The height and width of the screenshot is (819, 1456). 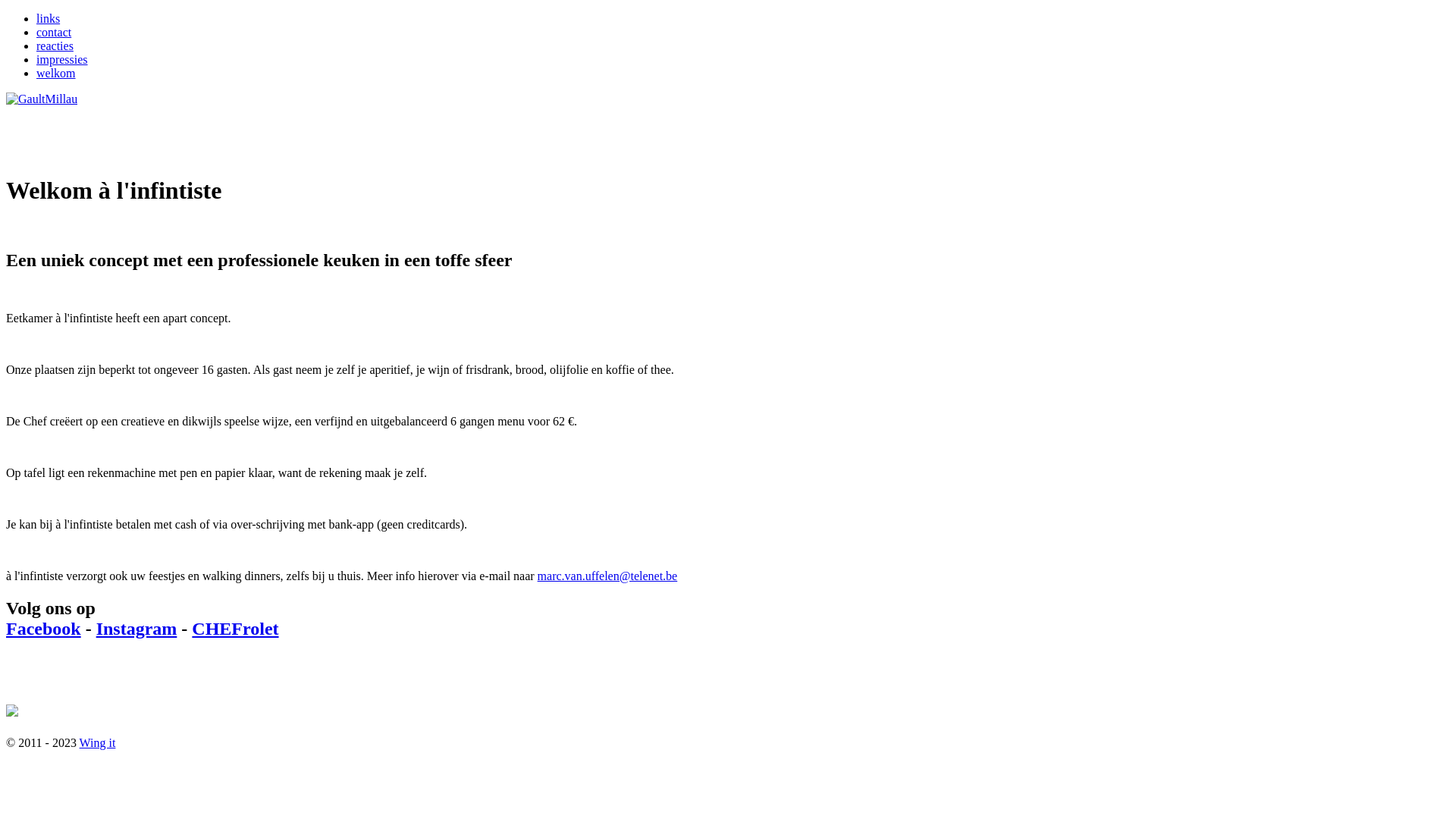 I want to click on 'Instagram', so click(x=136, y=629).